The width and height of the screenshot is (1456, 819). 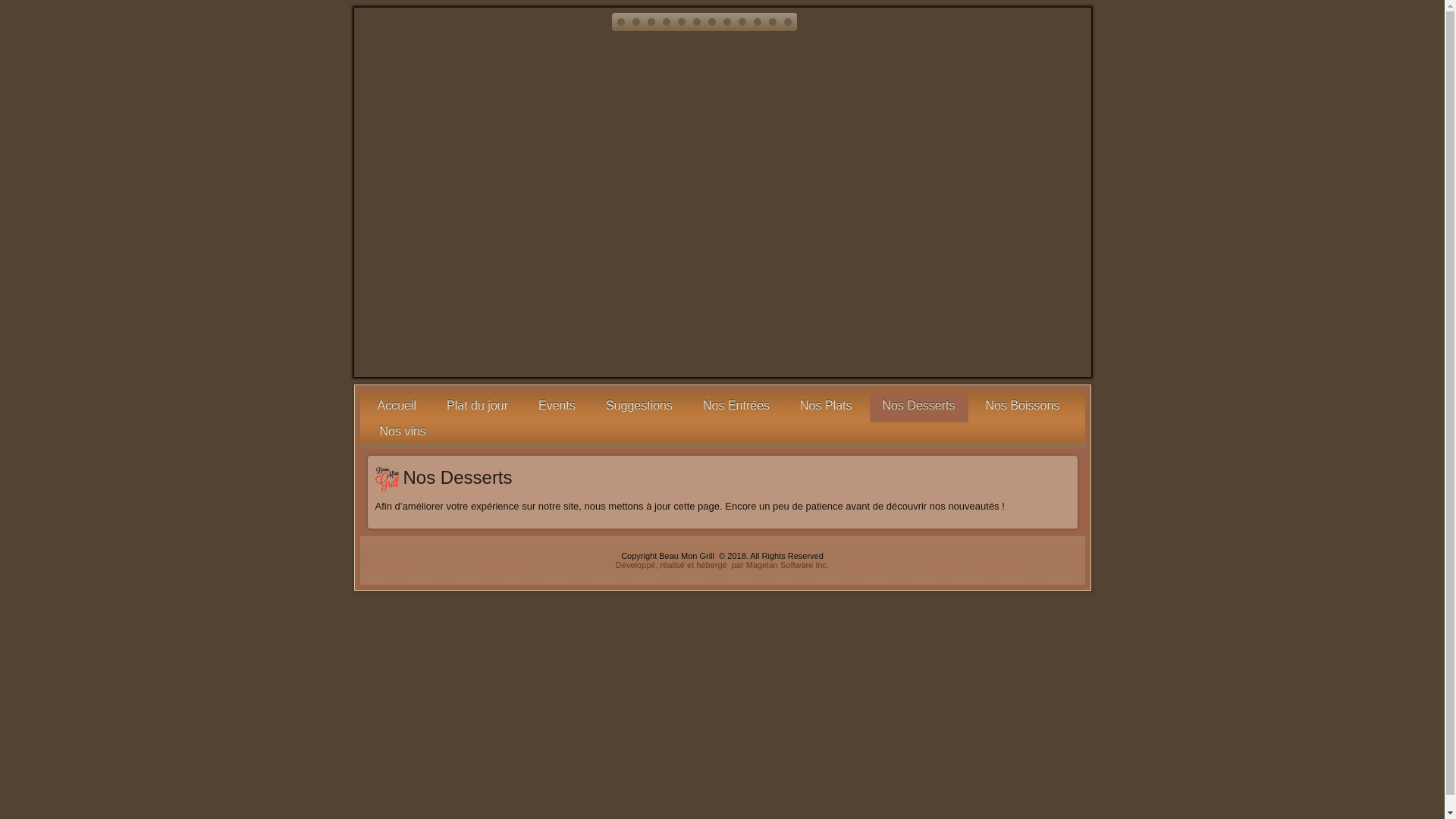 What do you see at coordinates (639, 405) in the screenshot?
I see `'Suggestions'` at bounding box center [639, 405].